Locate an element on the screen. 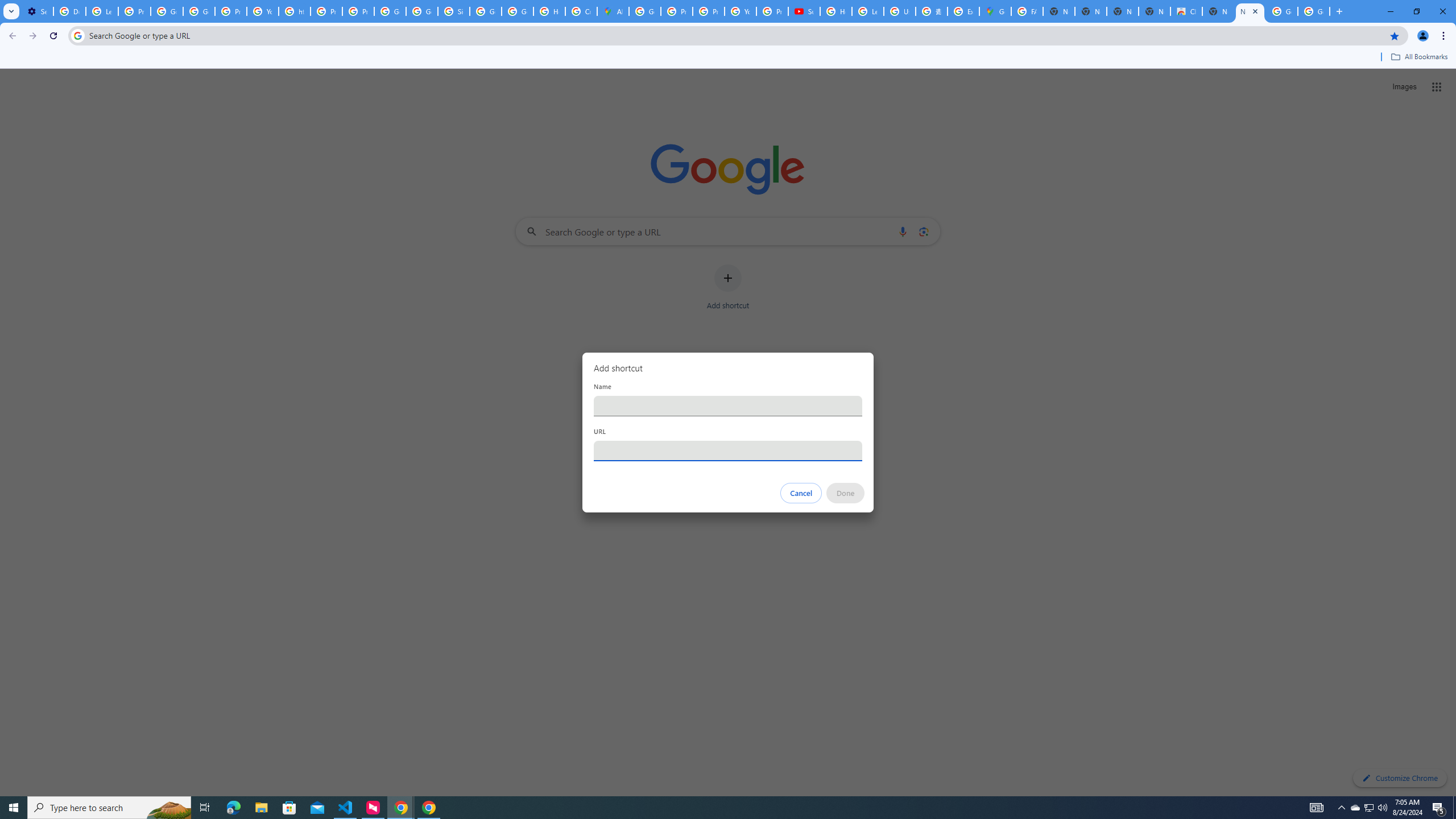  'Settings - Performance' is located at coordinates (37, 11).